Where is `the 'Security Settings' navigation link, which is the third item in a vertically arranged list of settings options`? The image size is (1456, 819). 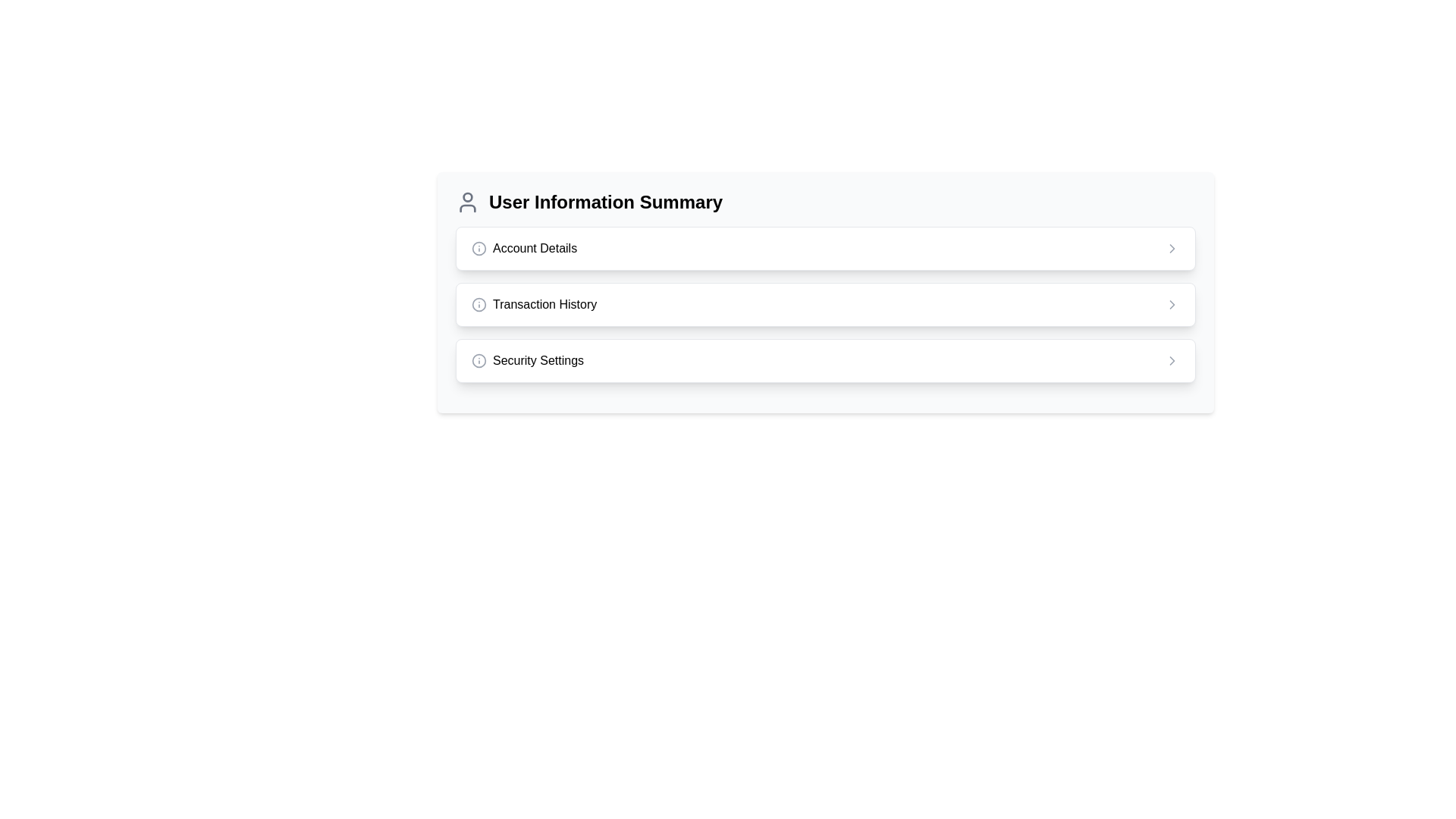
the 'Security Settings' navigation link, which is the third item in a vertically arranged list of settings options is located at coordinates (825, 360).